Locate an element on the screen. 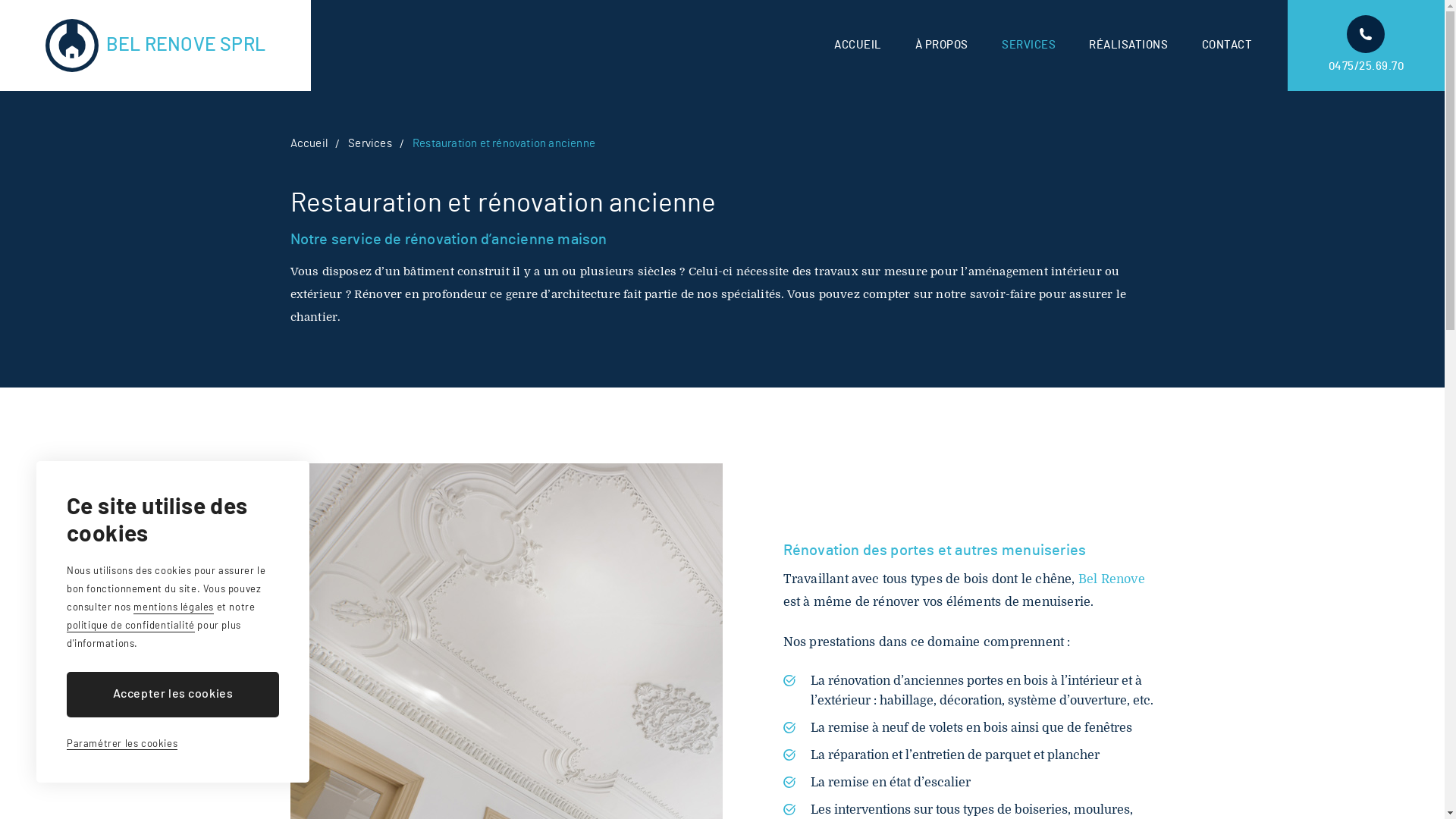  'Accueil' is located at coordinates (307, 143).